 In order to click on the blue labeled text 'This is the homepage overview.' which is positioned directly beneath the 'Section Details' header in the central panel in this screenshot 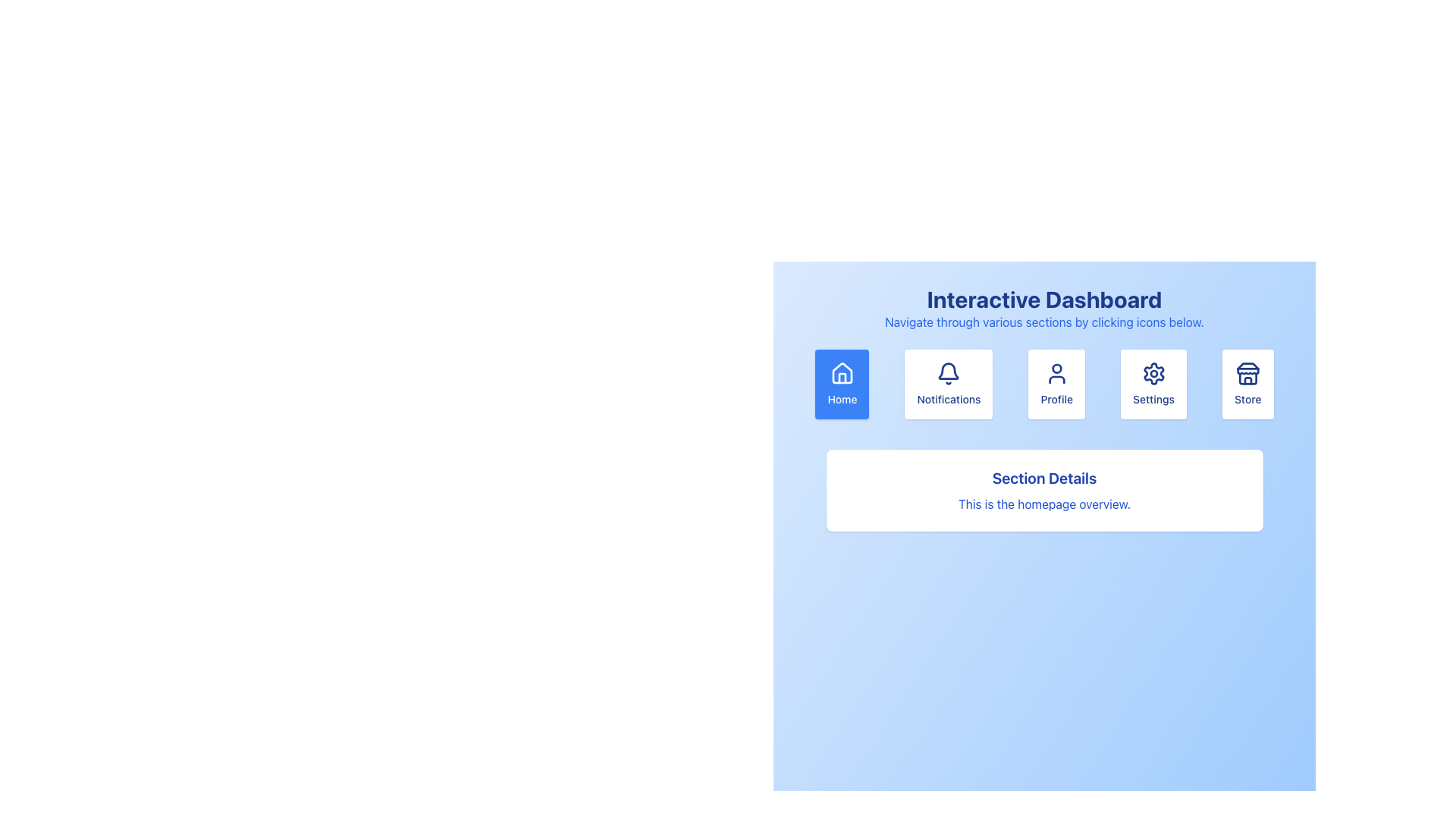, I will do `click(1043, 504)`.